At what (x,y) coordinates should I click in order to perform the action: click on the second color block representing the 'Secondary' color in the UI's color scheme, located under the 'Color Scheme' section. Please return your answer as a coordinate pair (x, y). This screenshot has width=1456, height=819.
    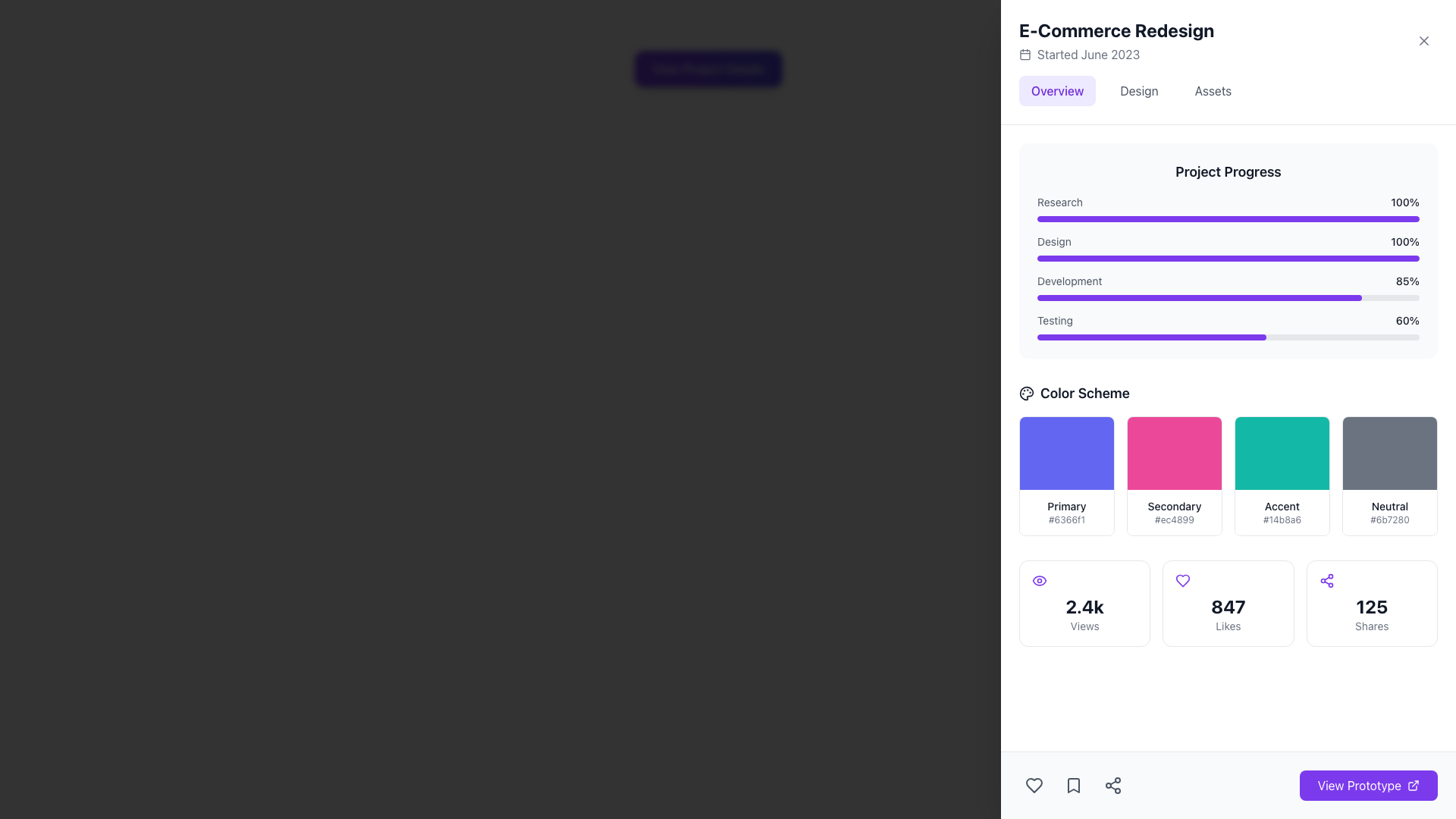
    Looking at the image, I should click on (1174, 452).